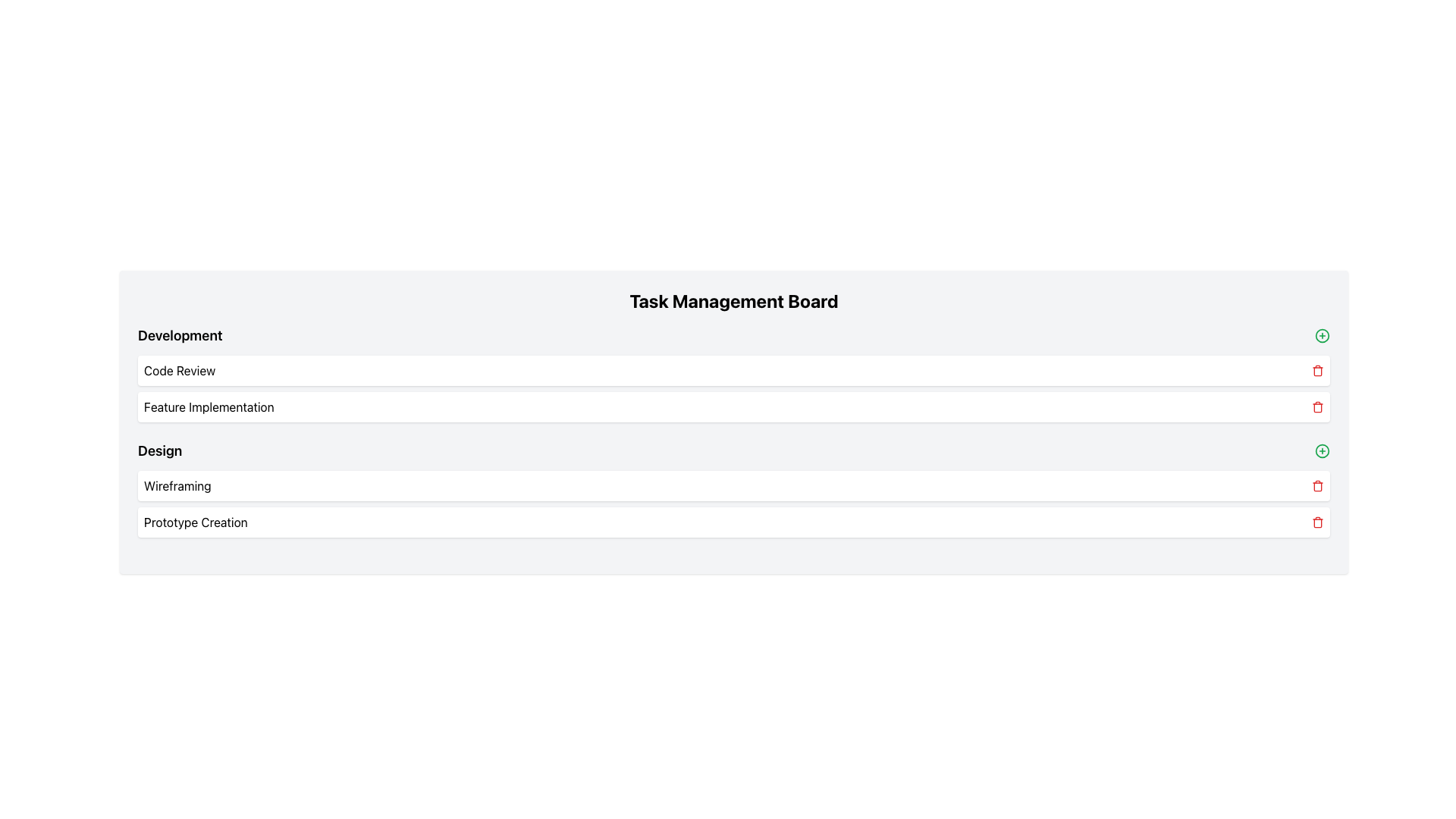 The height and width of the screenshot is (819, 1456). What do you see at coordinates (1316, 406) in the screenshot?
I see `the deletion button (trash can) located at the far right end of the 'Feature Implementation' task entry` at bounding box center [1316, 406].